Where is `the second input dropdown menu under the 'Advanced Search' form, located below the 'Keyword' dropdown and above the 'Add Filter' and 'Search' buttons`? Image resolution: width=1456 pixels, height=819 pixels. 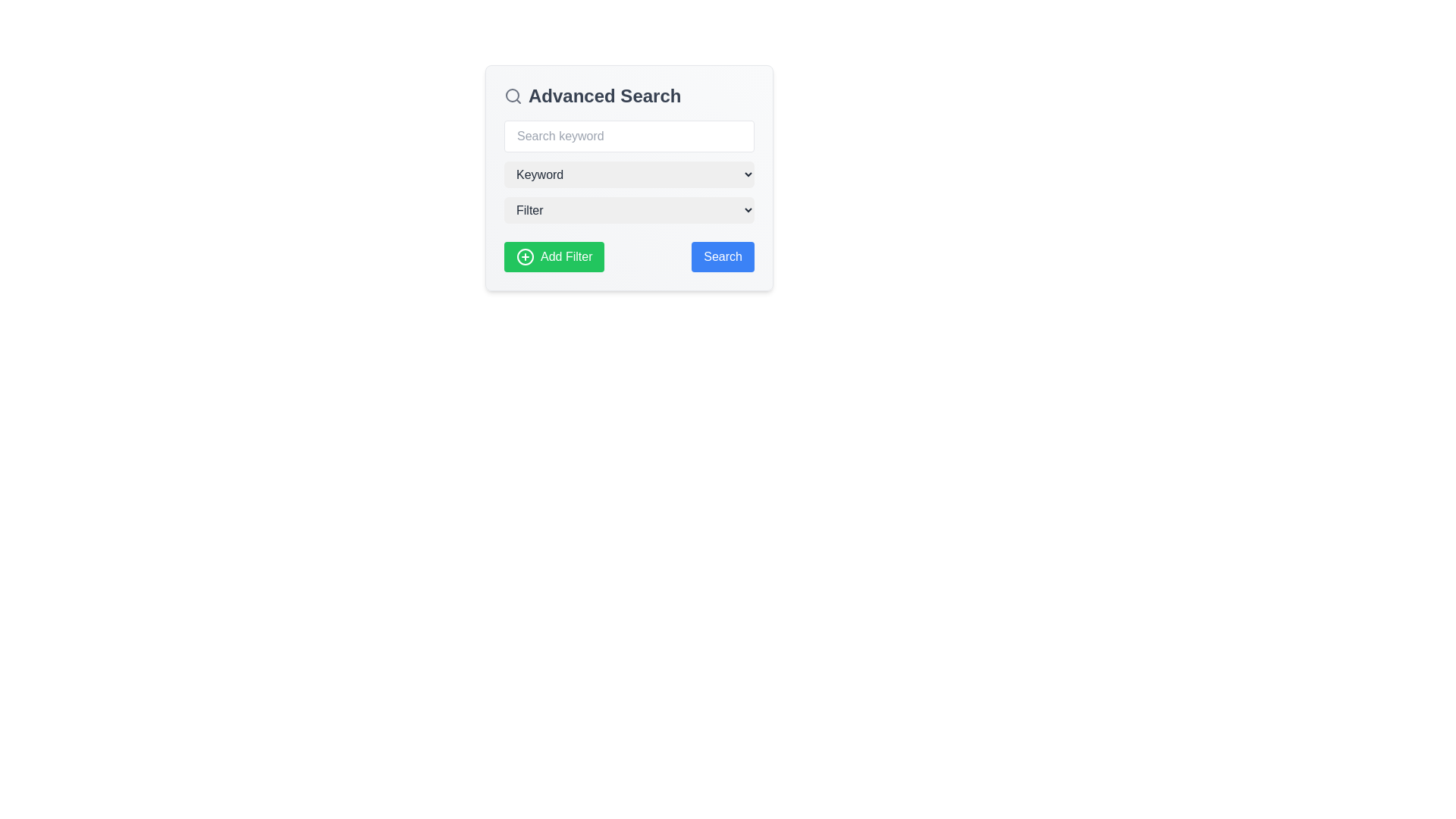 the second input dropdown menu under the 'Advanced Search' form, located below the 'Keyword' dropdown and above the 'Add Filter' and 'Search' buttons is located at coordinates (629, 210).